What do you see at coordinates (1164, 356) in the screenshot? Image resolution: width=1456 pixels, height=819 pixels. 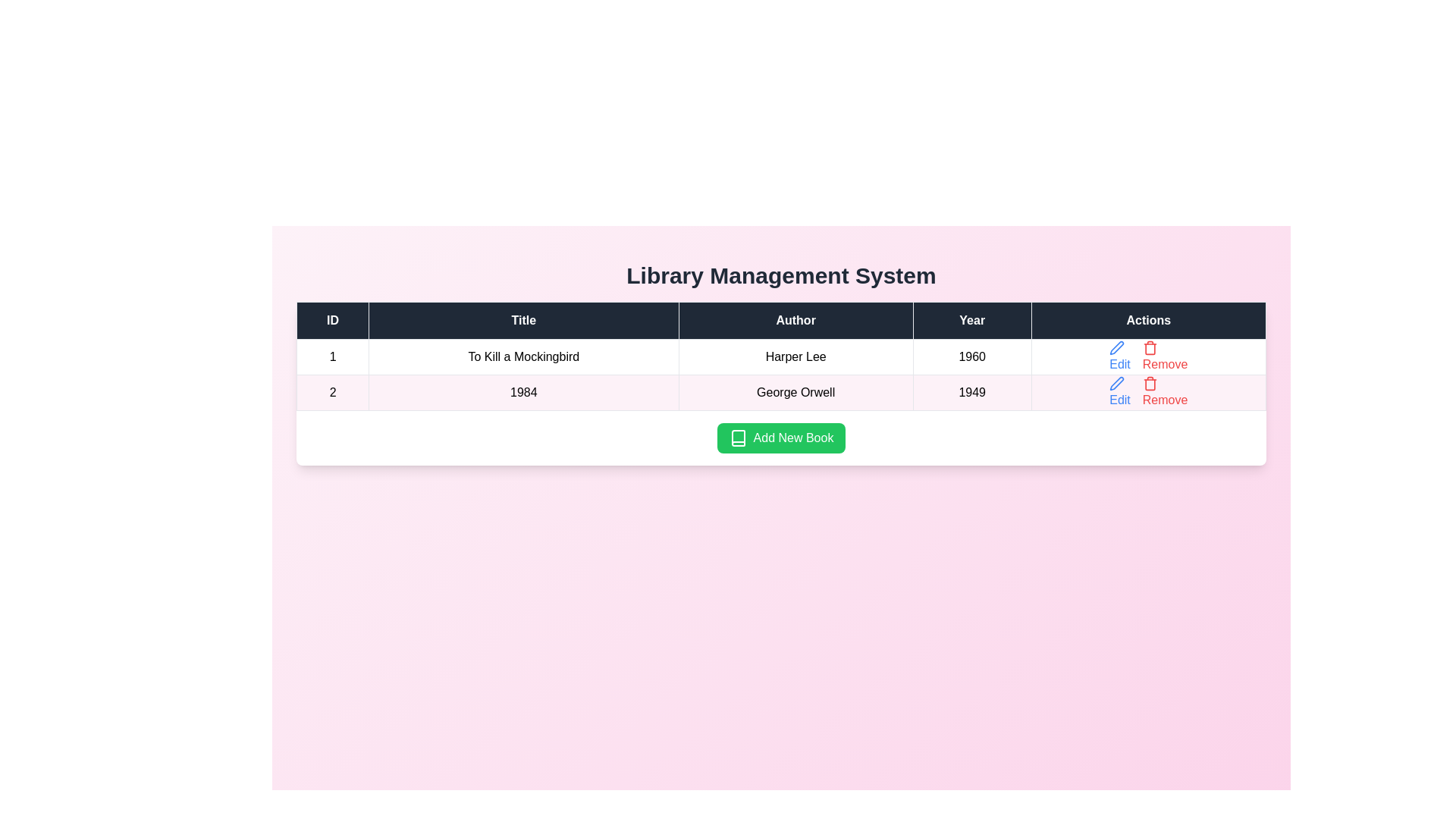 I see `the delete button for the book 'To Kill a Mockingbird' located` at bounding box center [1164, 356].